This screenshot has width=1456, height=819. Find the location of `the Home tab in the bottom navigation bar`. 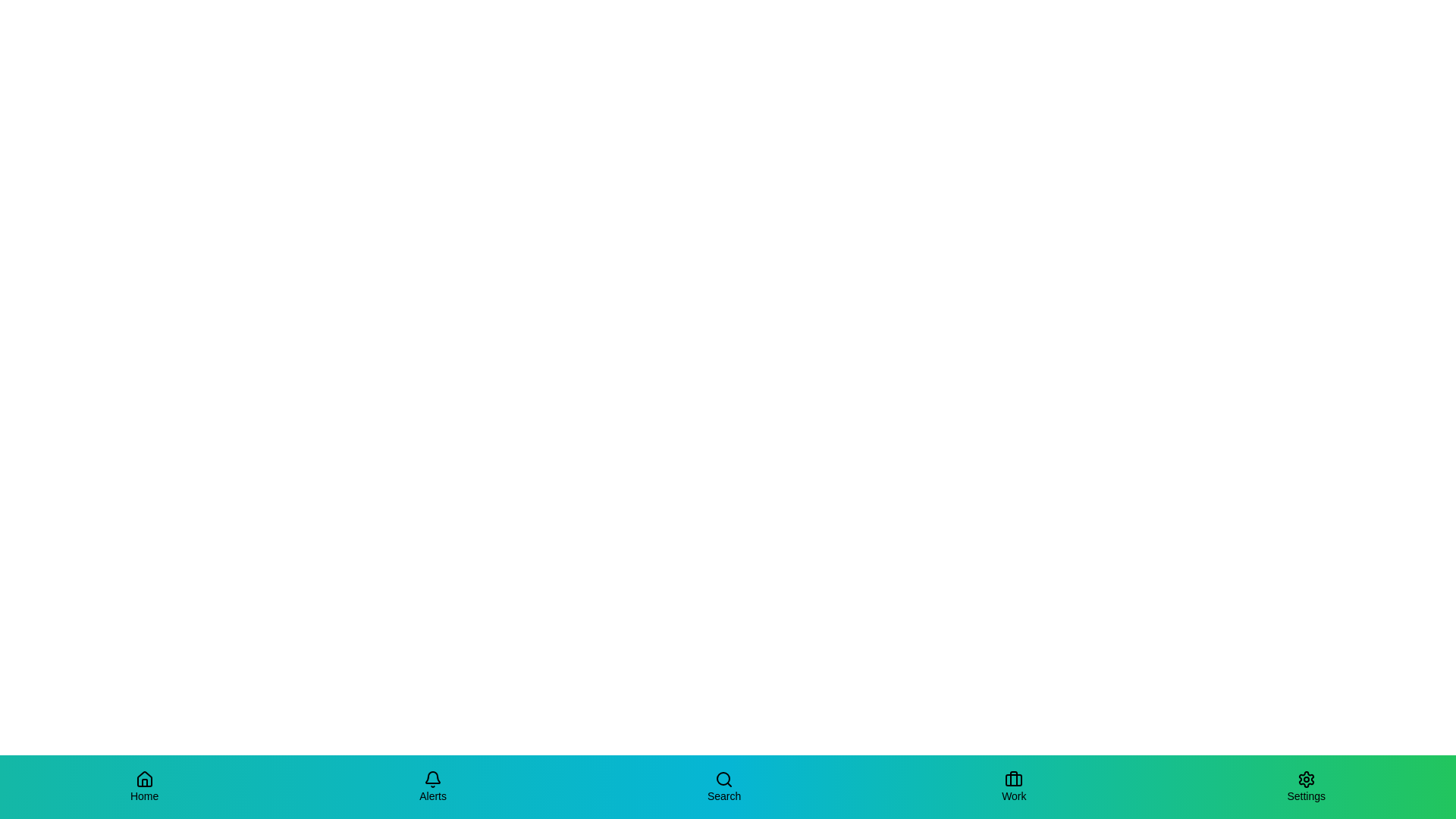

the Home tab in the bottom navigation bar is located at coordinates (144, 786).